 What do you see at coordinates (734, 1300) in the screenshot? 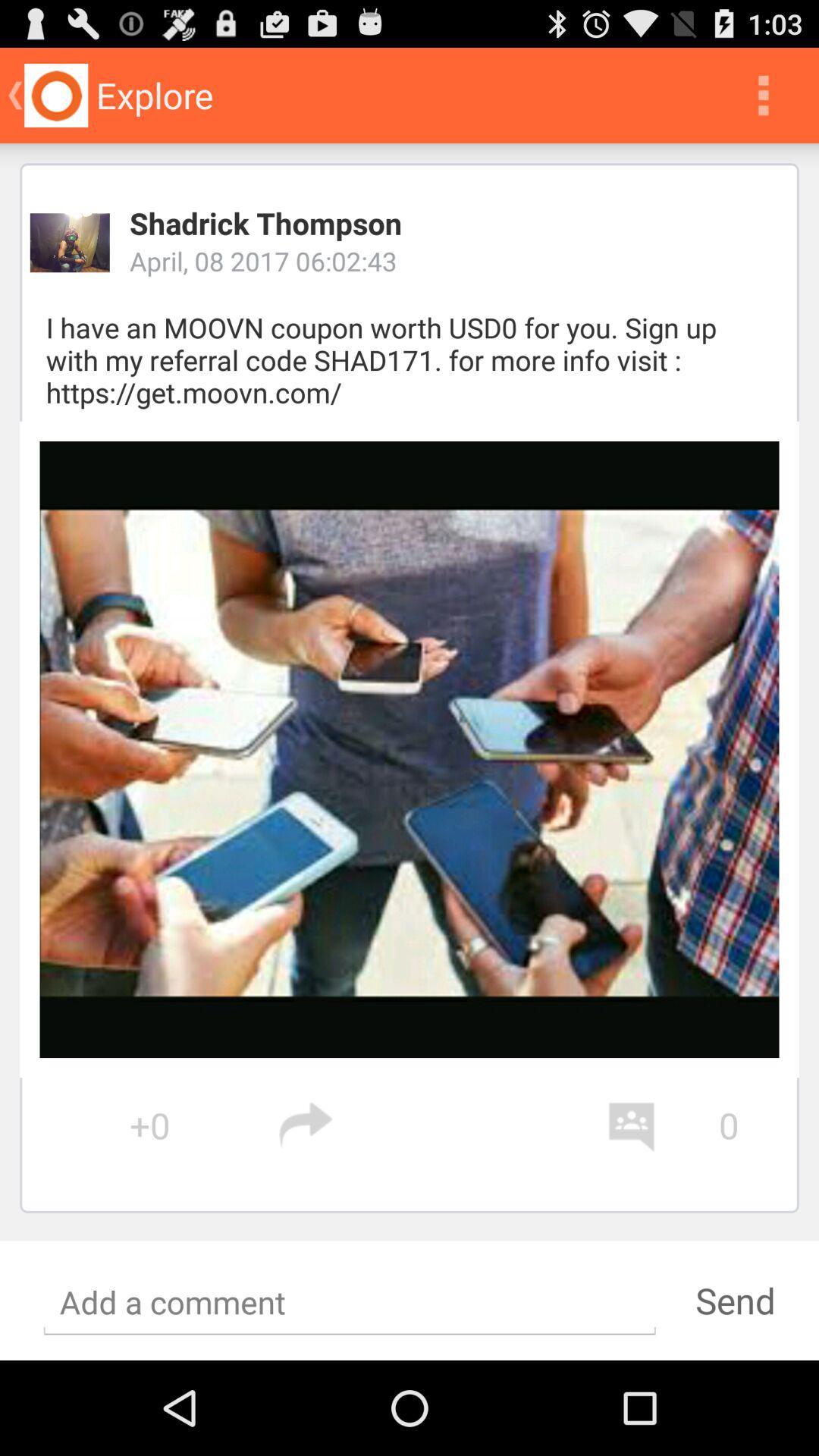
I see `send at the bottom of the page` at bounding box center [734, 1300].